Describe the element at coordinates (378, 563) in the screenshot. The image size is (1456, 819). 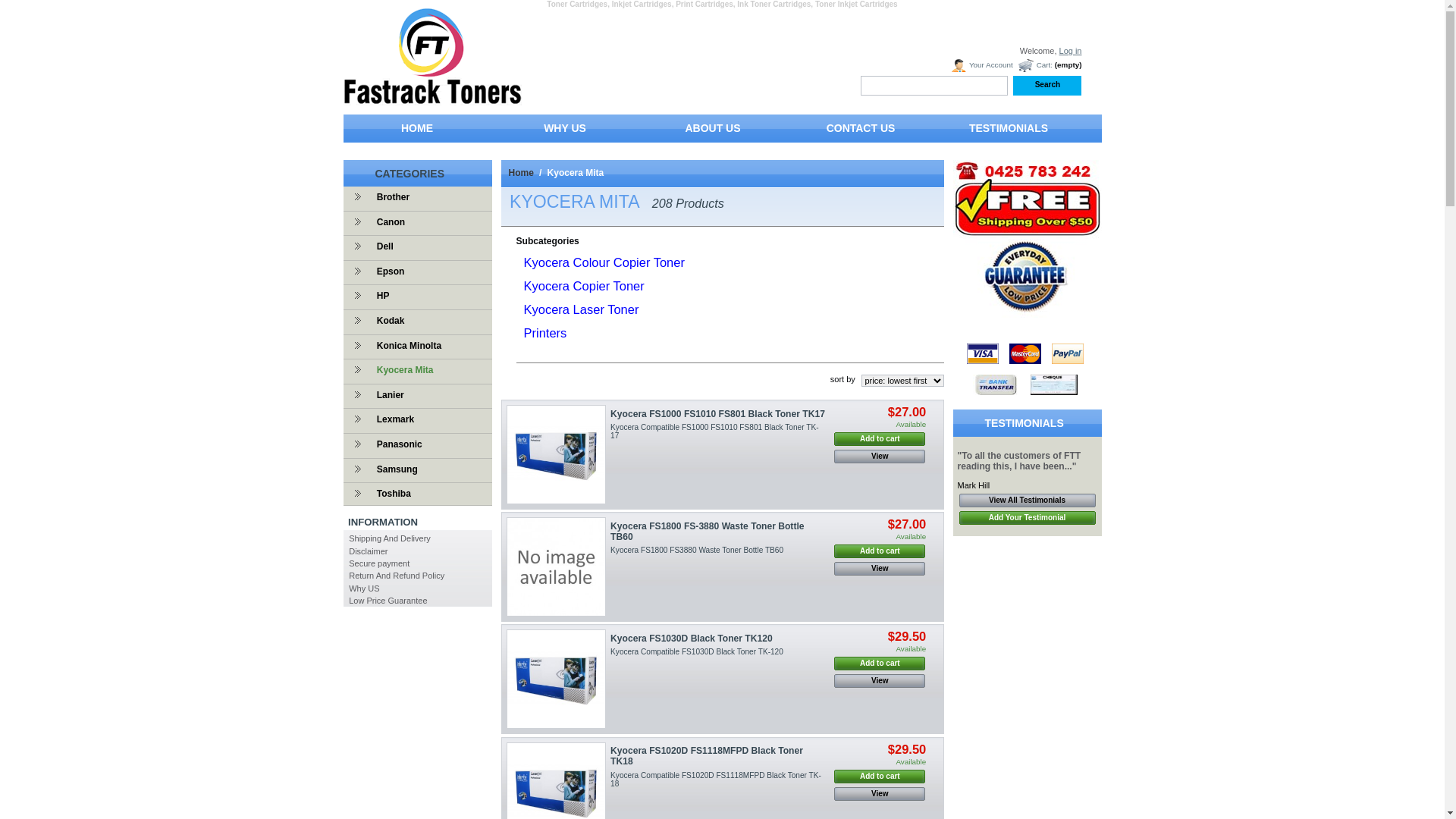
I see `'Secure payment'` at that location.